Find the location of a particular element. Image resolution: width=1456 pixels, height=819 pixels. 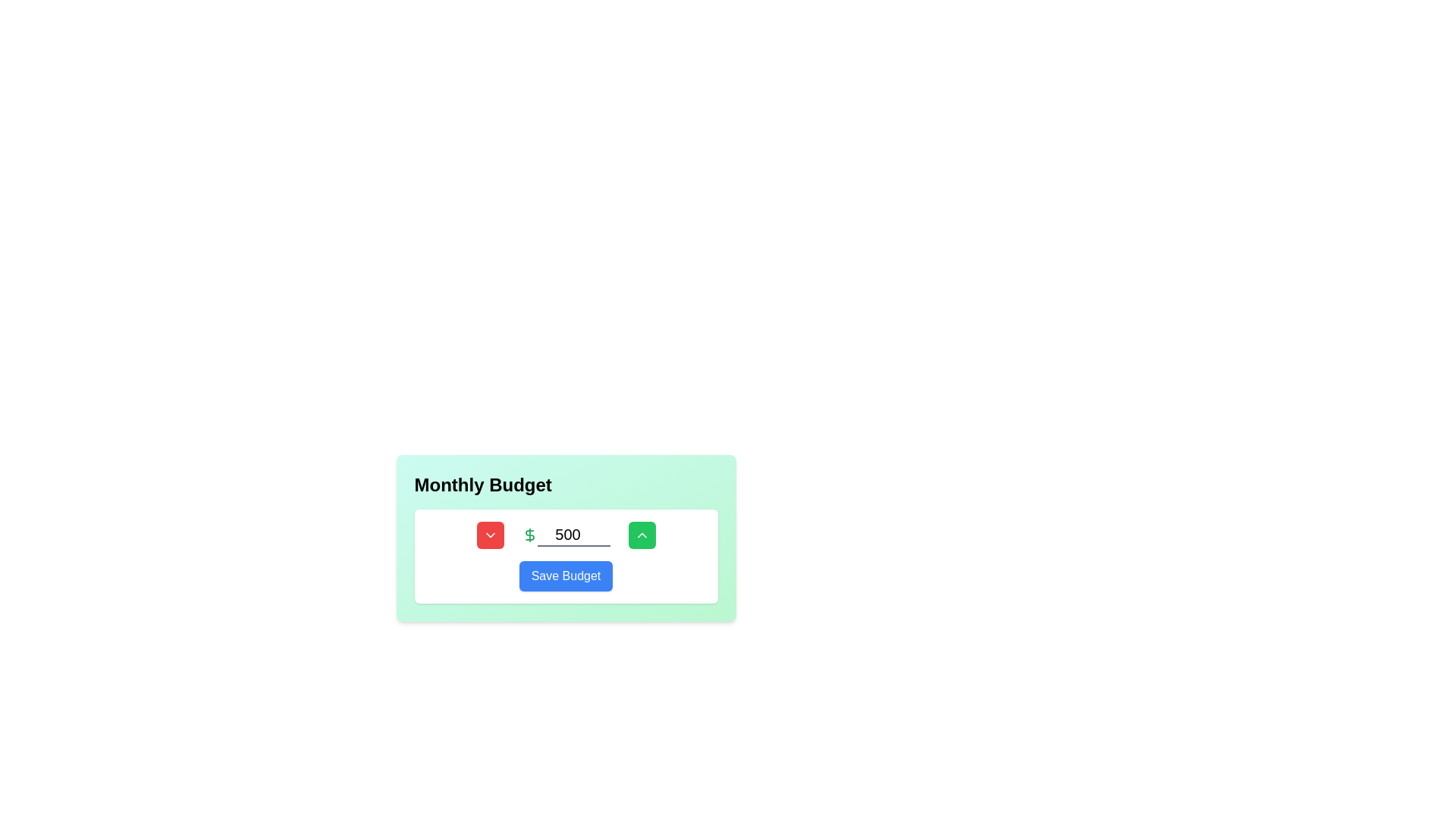

the downward-pointing chevron icon located within the red, rounded rectangle button in the budget-setting interface is located at coordinates (490, 534).